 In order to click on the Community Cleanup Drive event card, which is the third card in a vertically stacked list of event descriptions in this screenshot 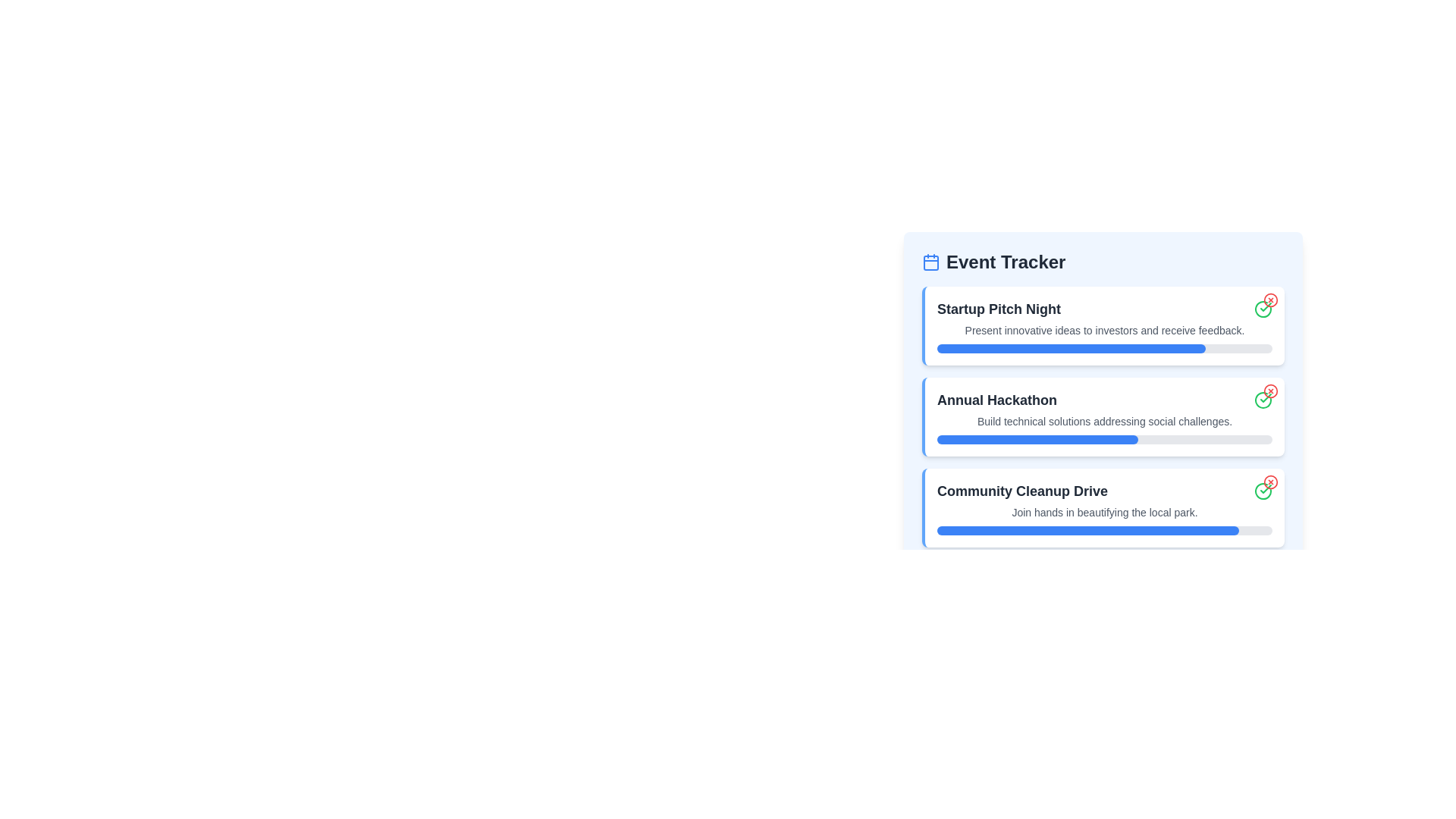, I will do `click(1103, 508)`.